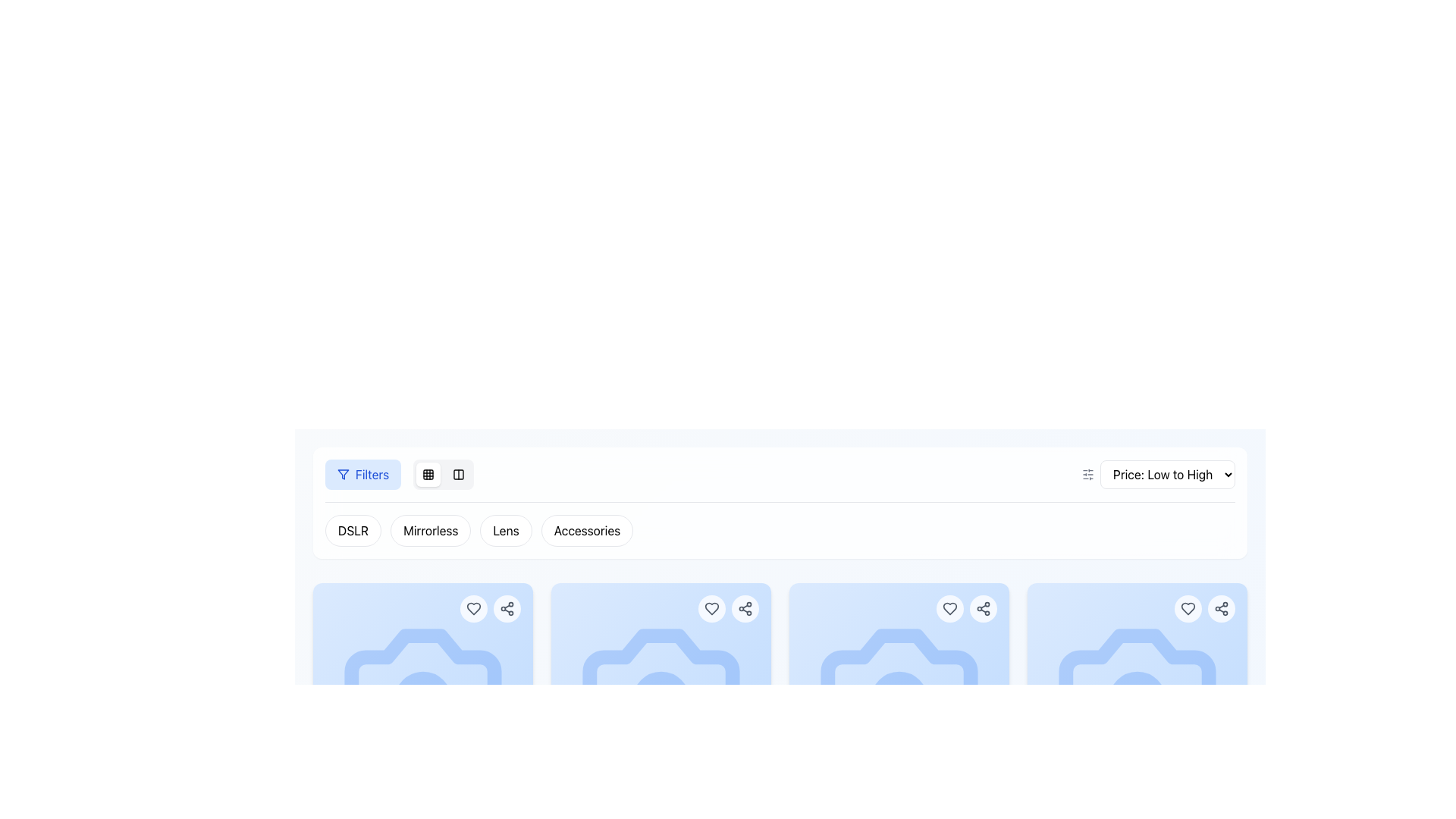 The image size is (1456, 819). What do you see at coordinates (342, 473) in the screenshot?
I see `the blue funnel icon within the 'Filters' button located on the left side of the horizontal navigation bar above the product listing section` at bounding box center [342, 473].